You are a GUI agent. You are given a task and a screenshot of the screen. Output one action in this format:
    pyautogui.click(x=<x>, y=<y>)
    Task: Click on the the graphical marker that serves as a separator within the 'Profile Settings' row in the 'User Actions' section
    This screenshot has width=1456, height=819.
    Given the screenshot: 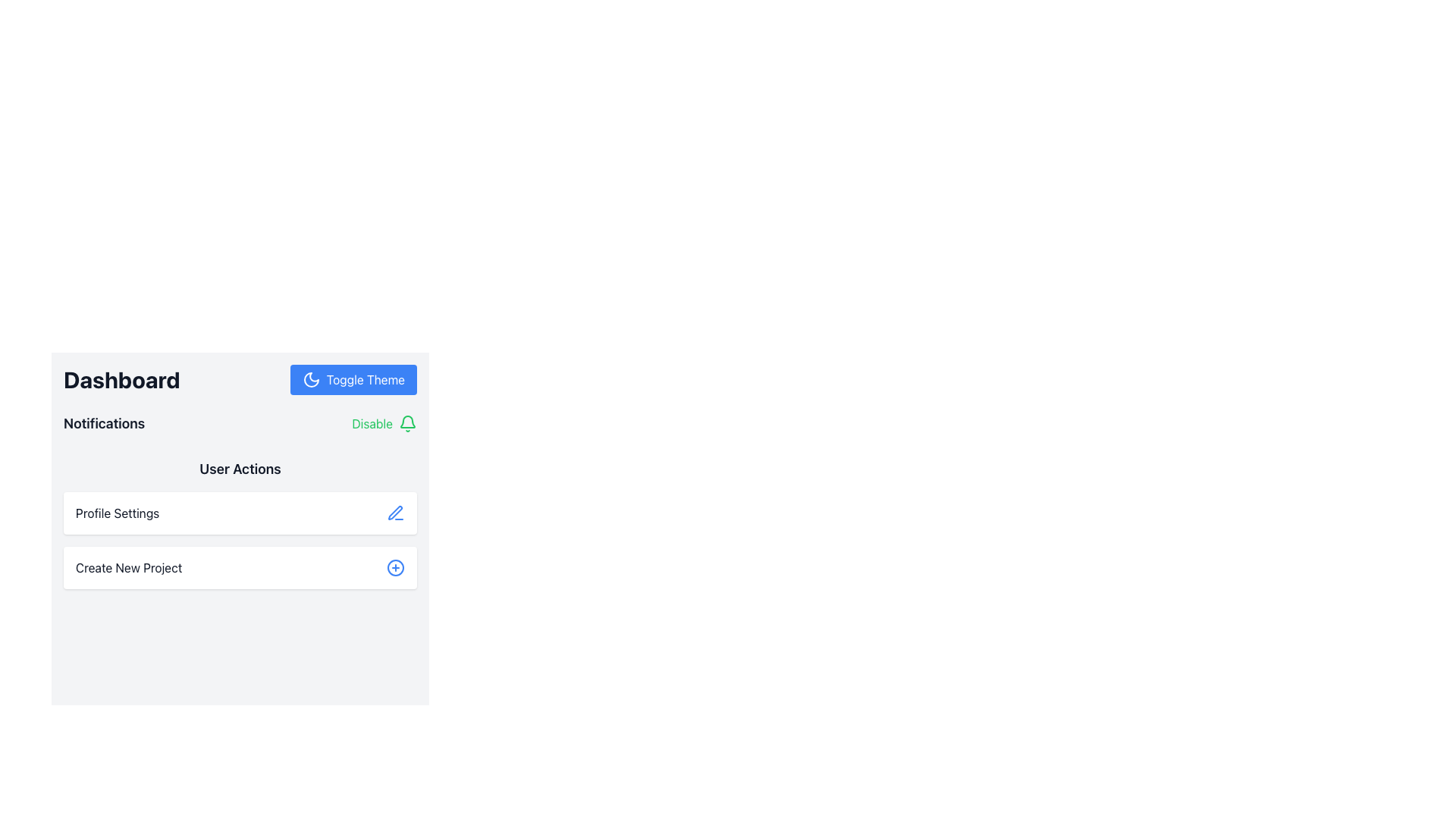 What is the action you would take?
    pyautogui.click(x=239, y=500)
    